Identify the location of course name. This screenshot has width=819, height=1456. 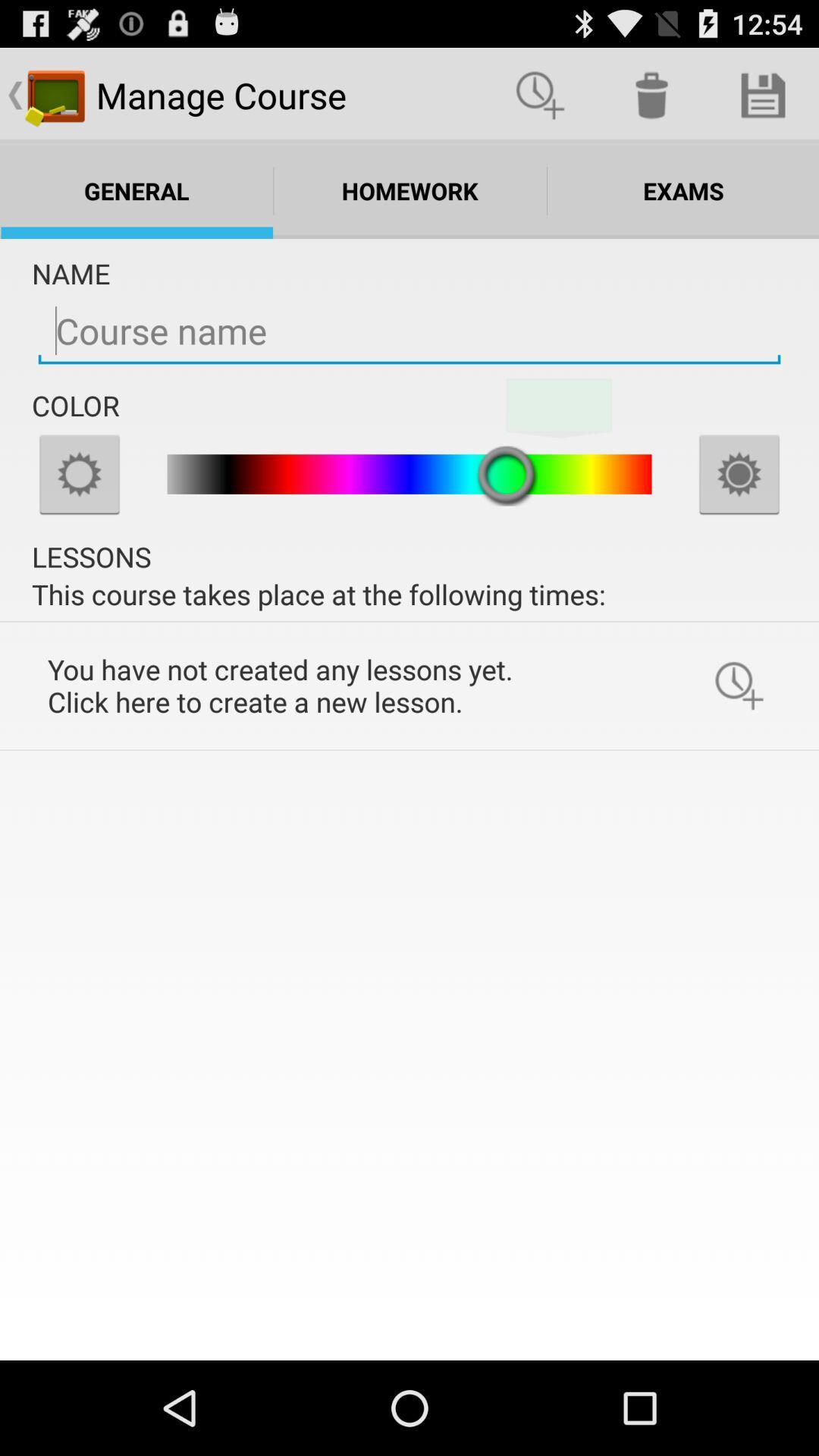
(409, 331).